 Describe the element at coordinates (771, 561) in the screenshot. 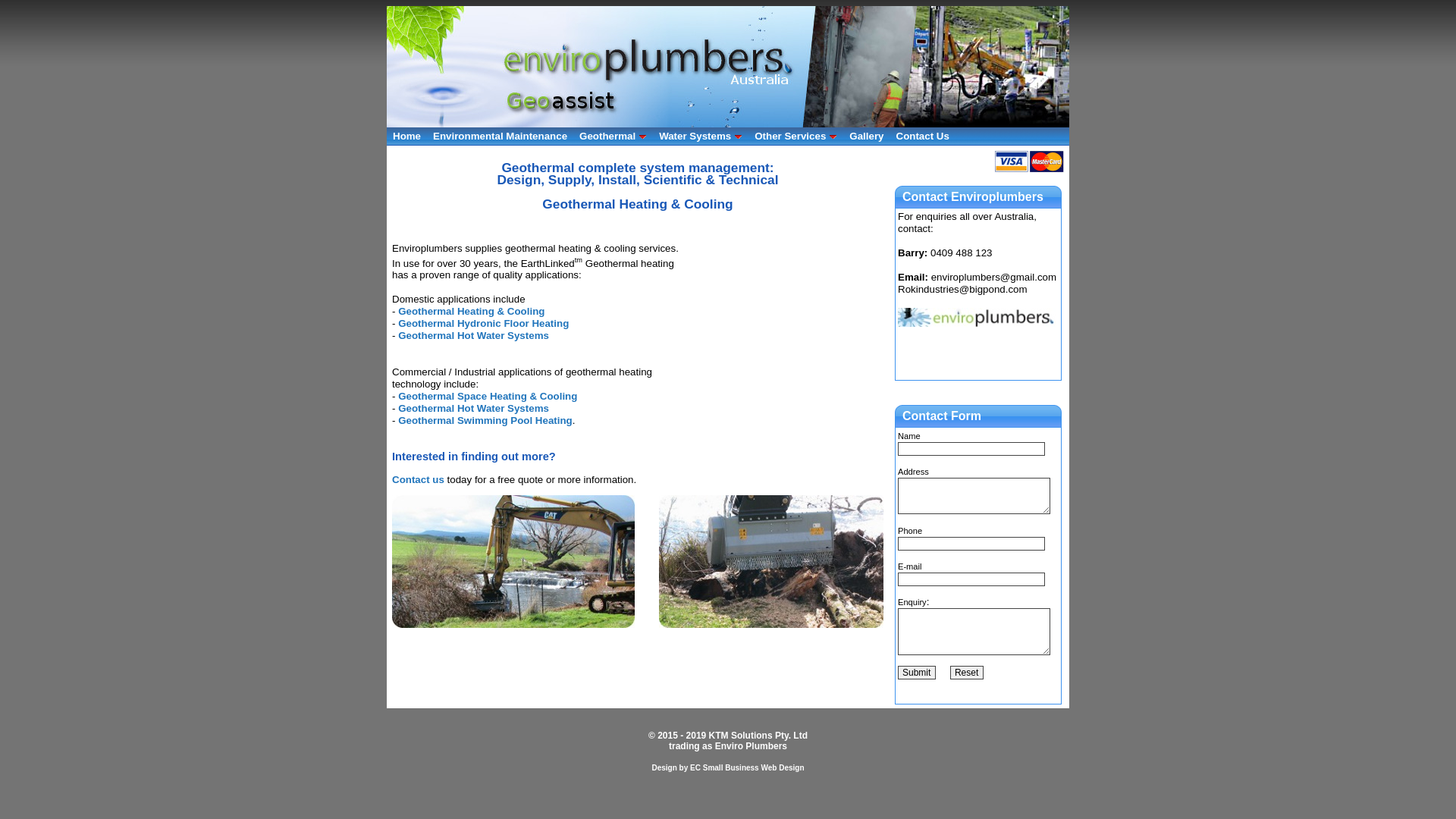

I see `'Stormwater & Drainage'` at that location.